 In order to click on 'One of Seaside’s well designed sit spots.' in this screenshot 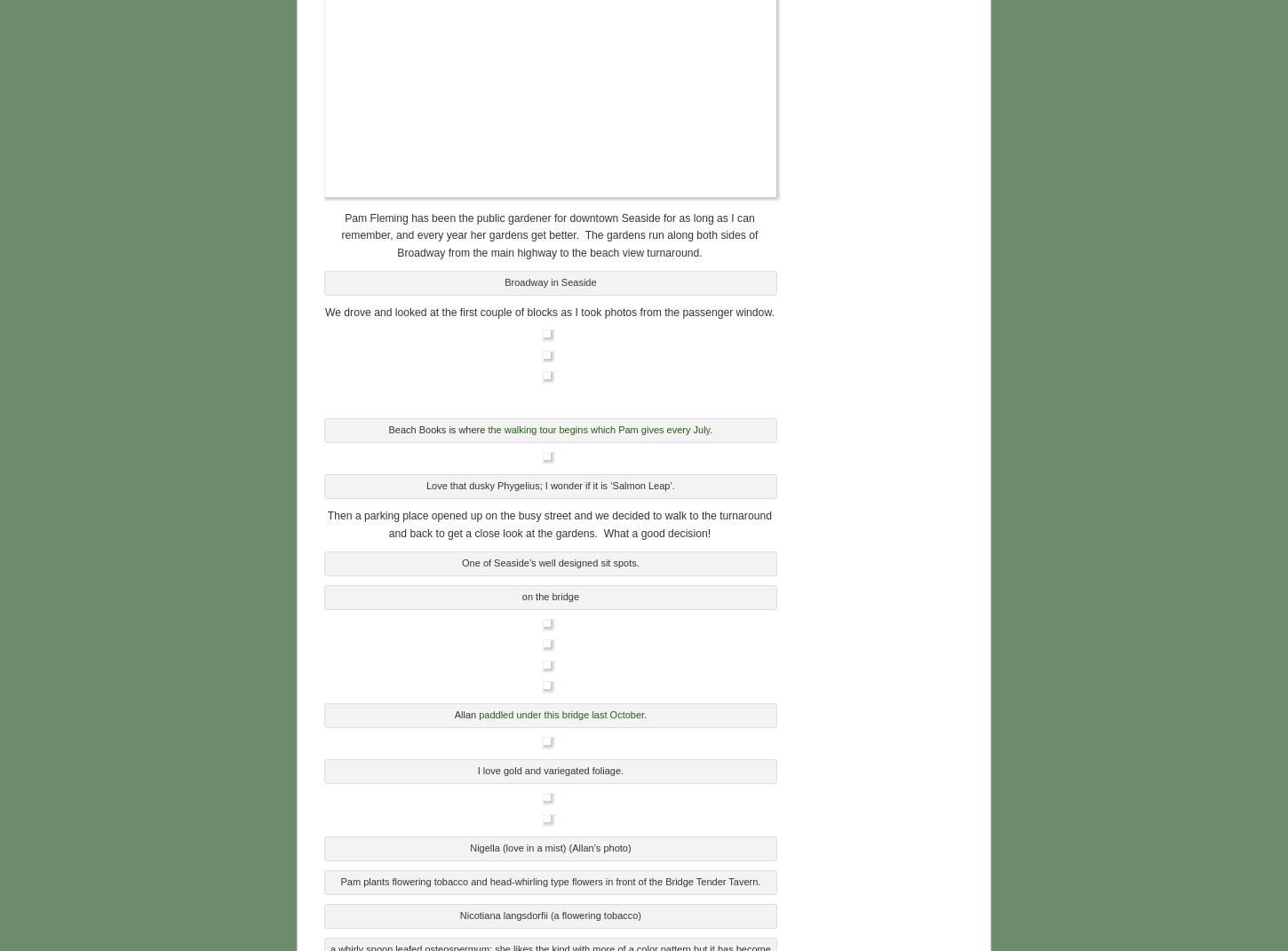, I will do `click(549, 559)`.